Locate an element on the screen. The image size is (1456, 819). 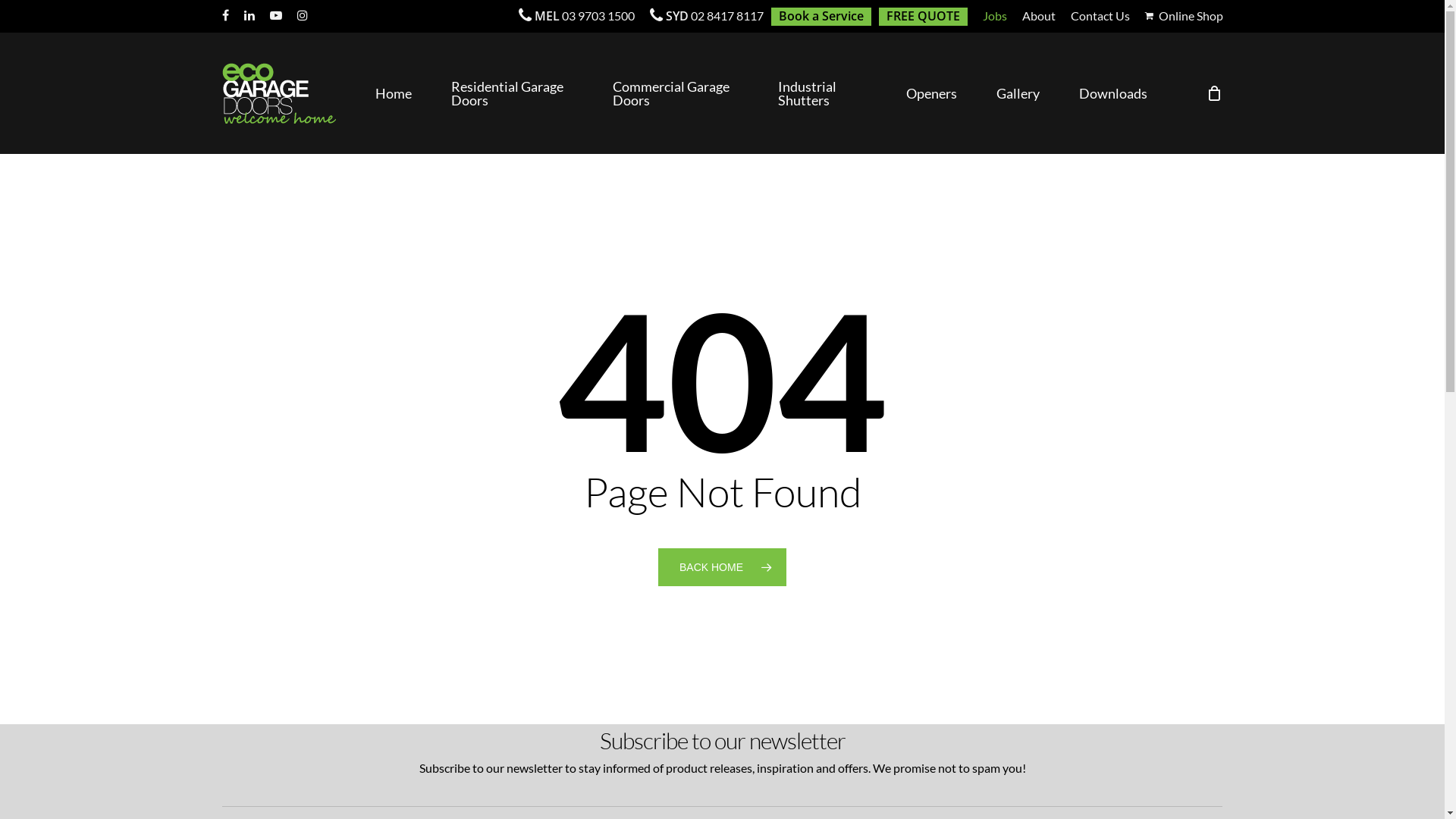
'Online Shop' is located at coordinates (1183, 15).